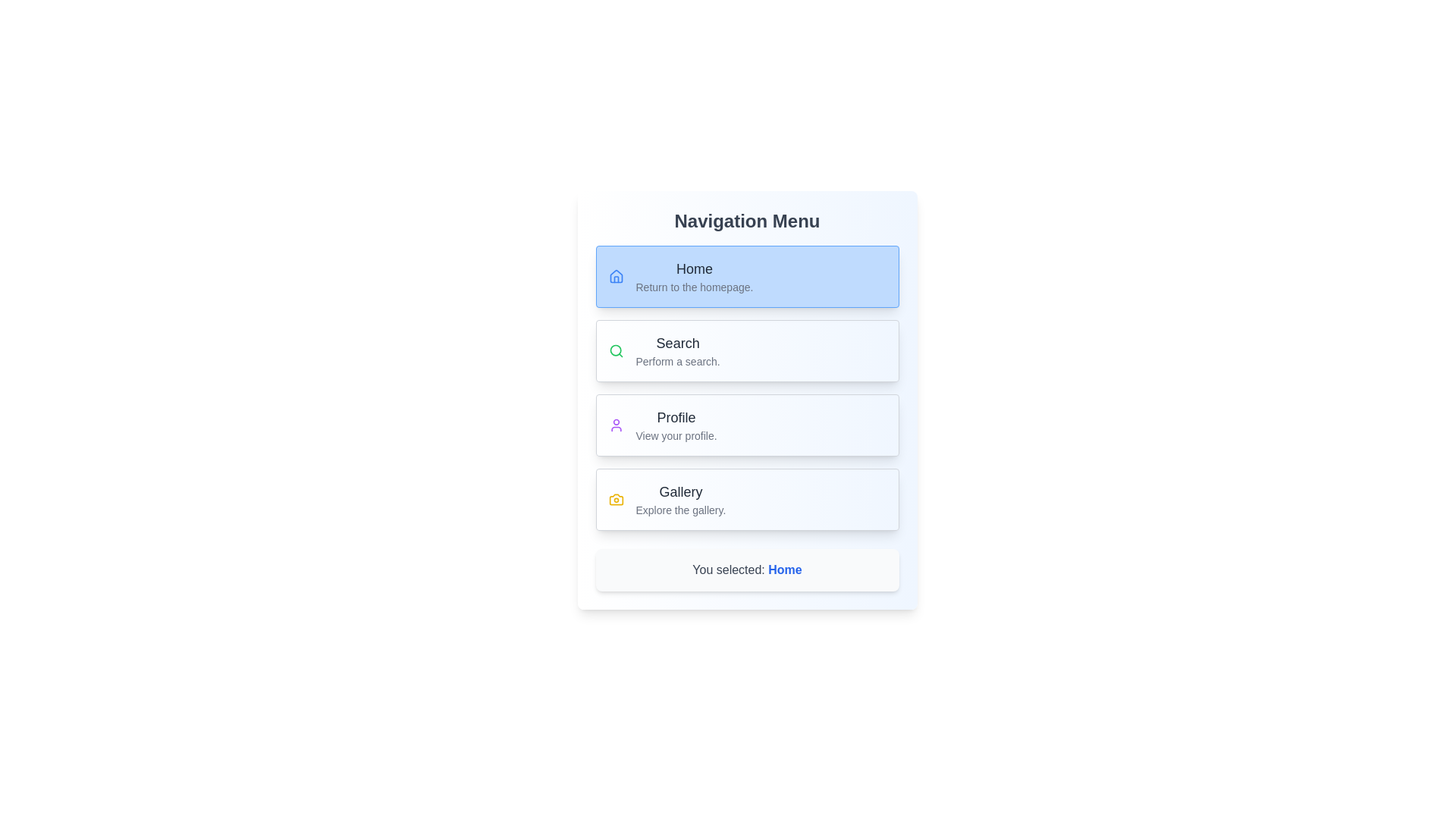 This screenshot has height=819, width=1456. What do you see at coordinates (747, 500) in the screenshot?
I see `the menu item corresponding to Gallery to change the active tab` at bounding box center [747, 500].